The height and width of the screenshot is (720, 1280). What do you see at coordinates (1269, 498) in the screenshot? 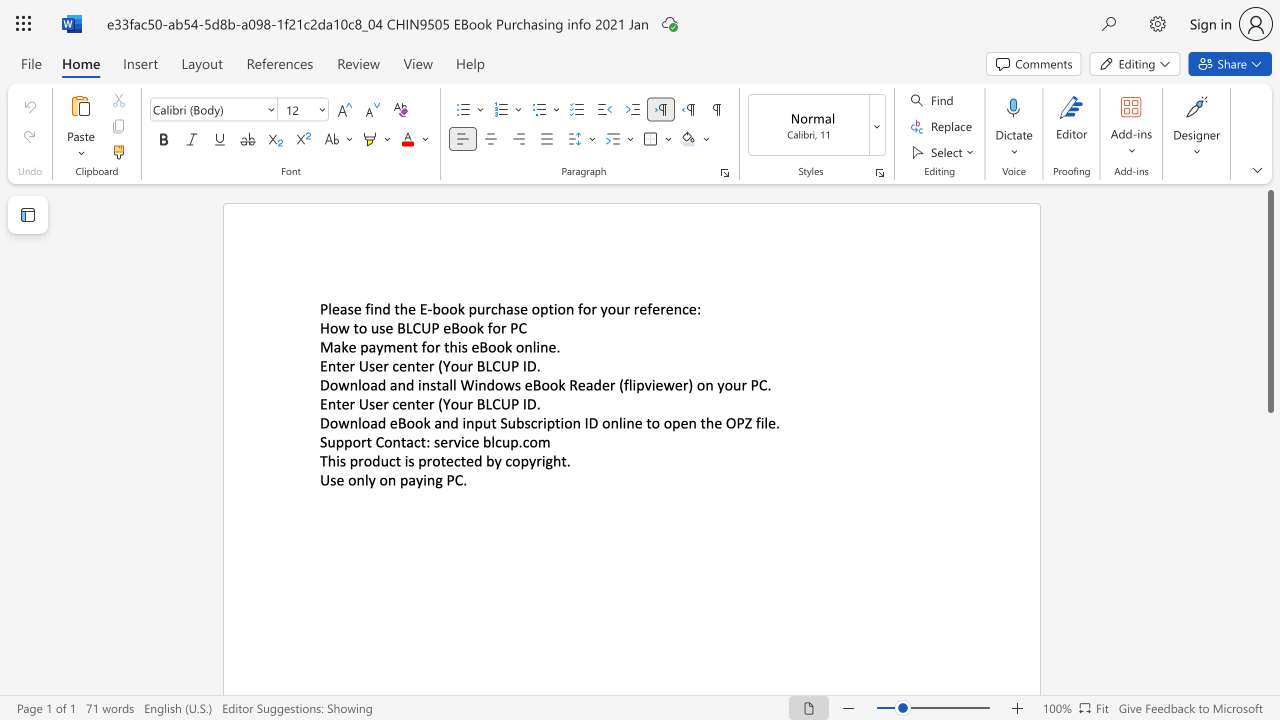
I see `the scrollbar to adjust the page downward` at bounding box center [1269, 498].